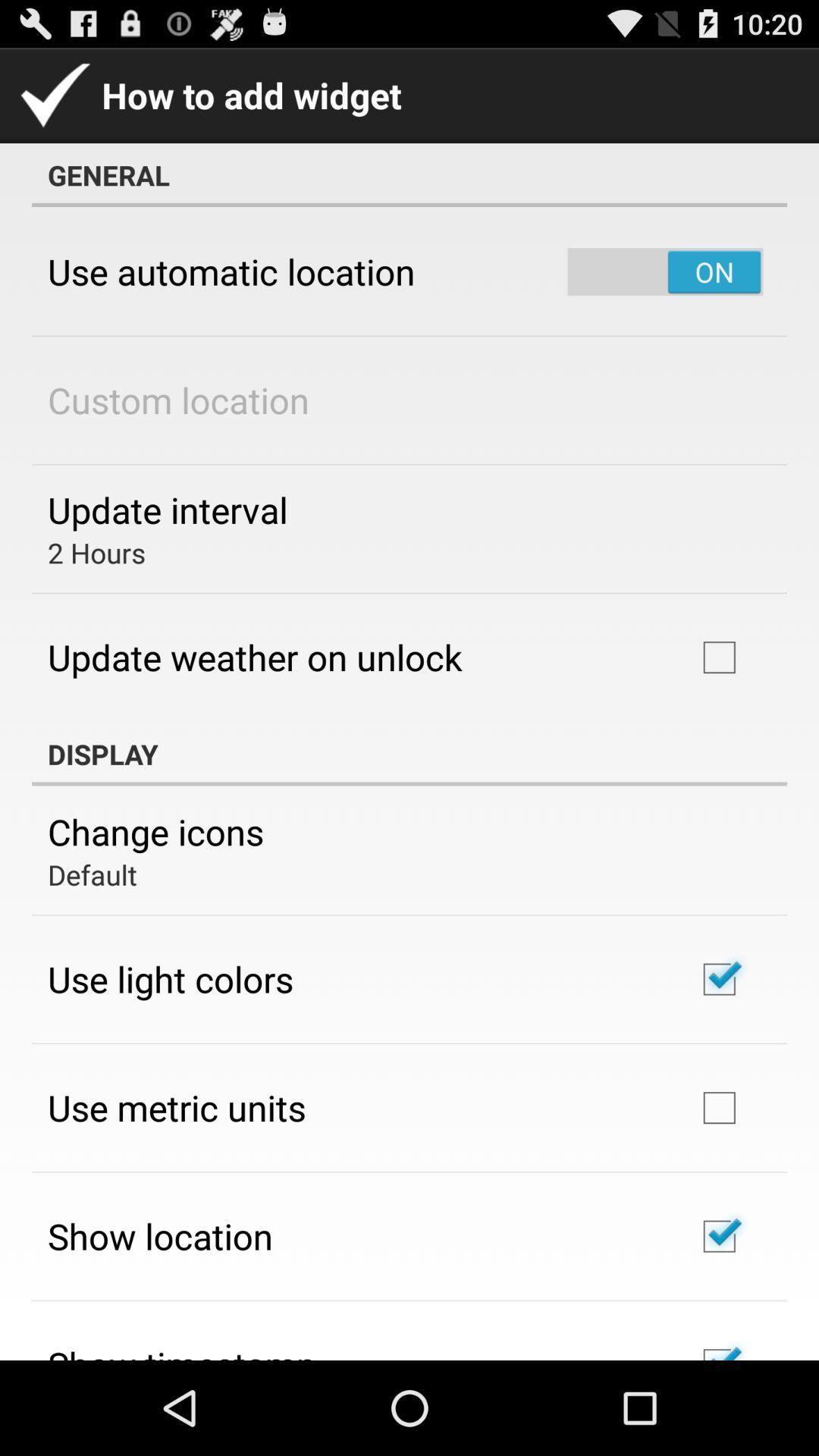 The image size is (819, 1456). Describe the element at coordinates (92, 874) in the screenshot. I see `the default app` at that location.